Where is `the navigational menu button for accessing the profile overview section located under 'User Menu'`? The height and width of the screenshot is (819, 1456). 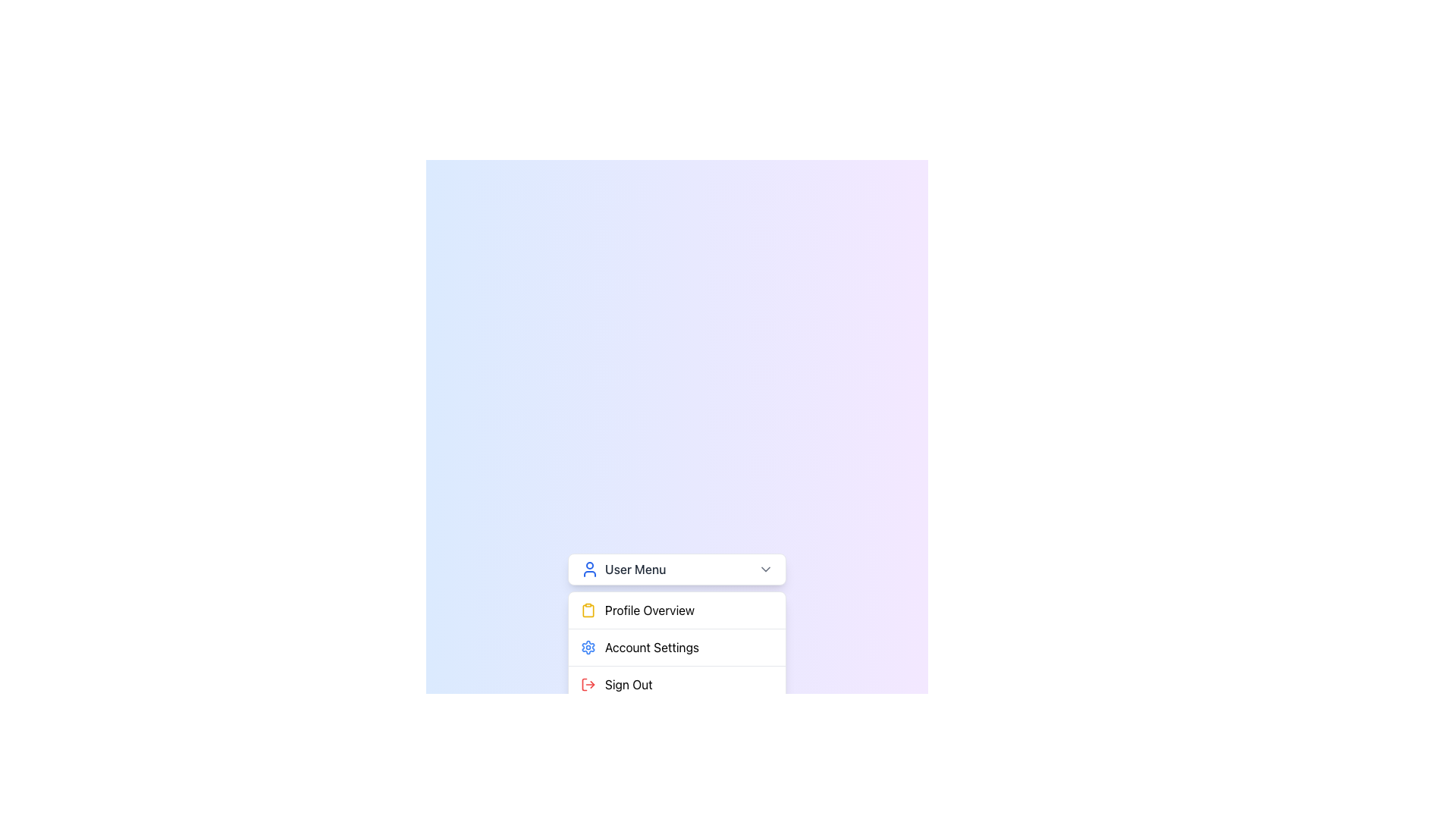
the navigational menu button for accessing the profile overview section located under 'User Menu' is located at coordinates (676, 610).